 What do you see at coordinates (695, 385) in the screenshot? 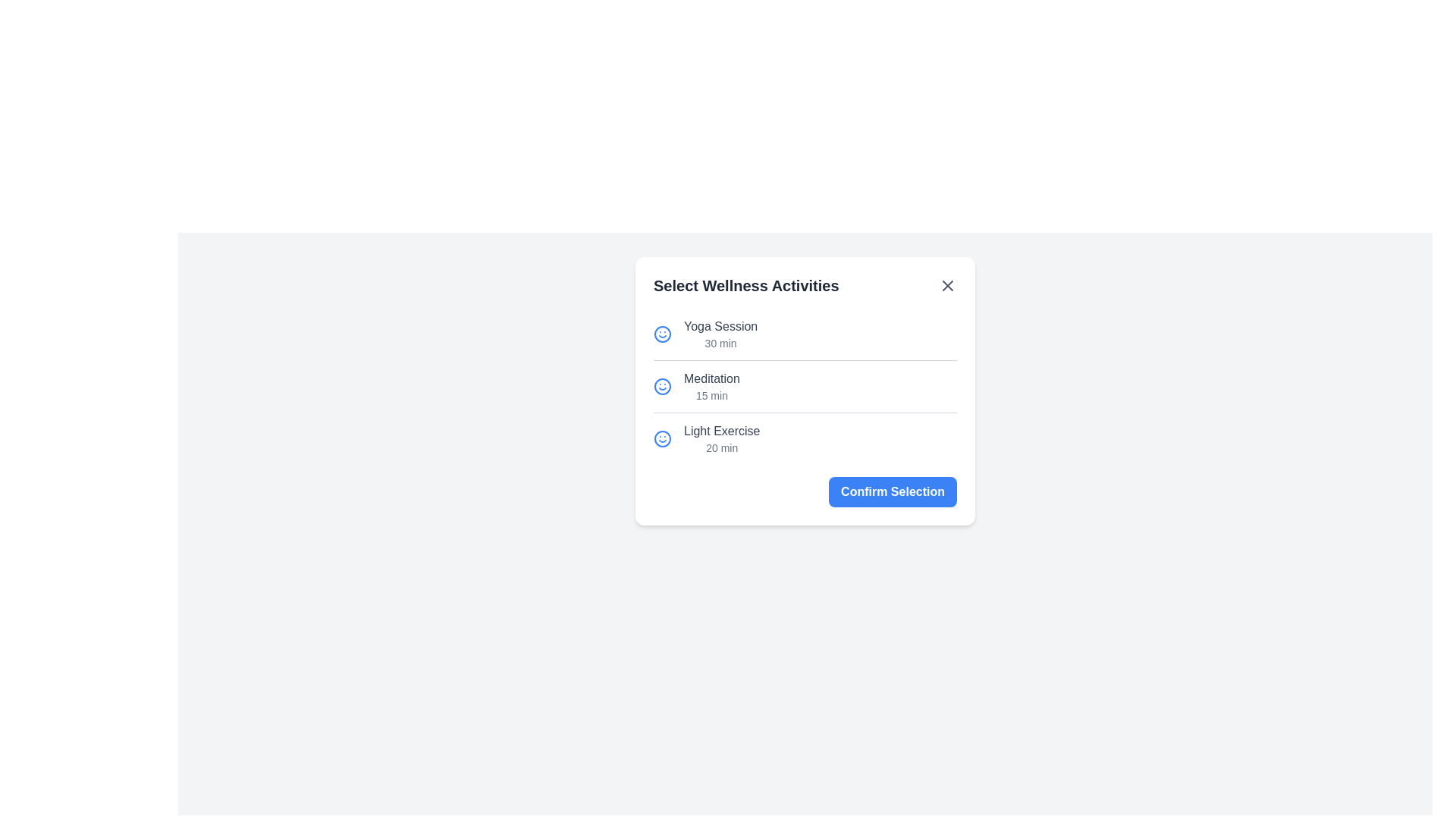
I see `the activity item Meditation` at bounding box center [695, 385].